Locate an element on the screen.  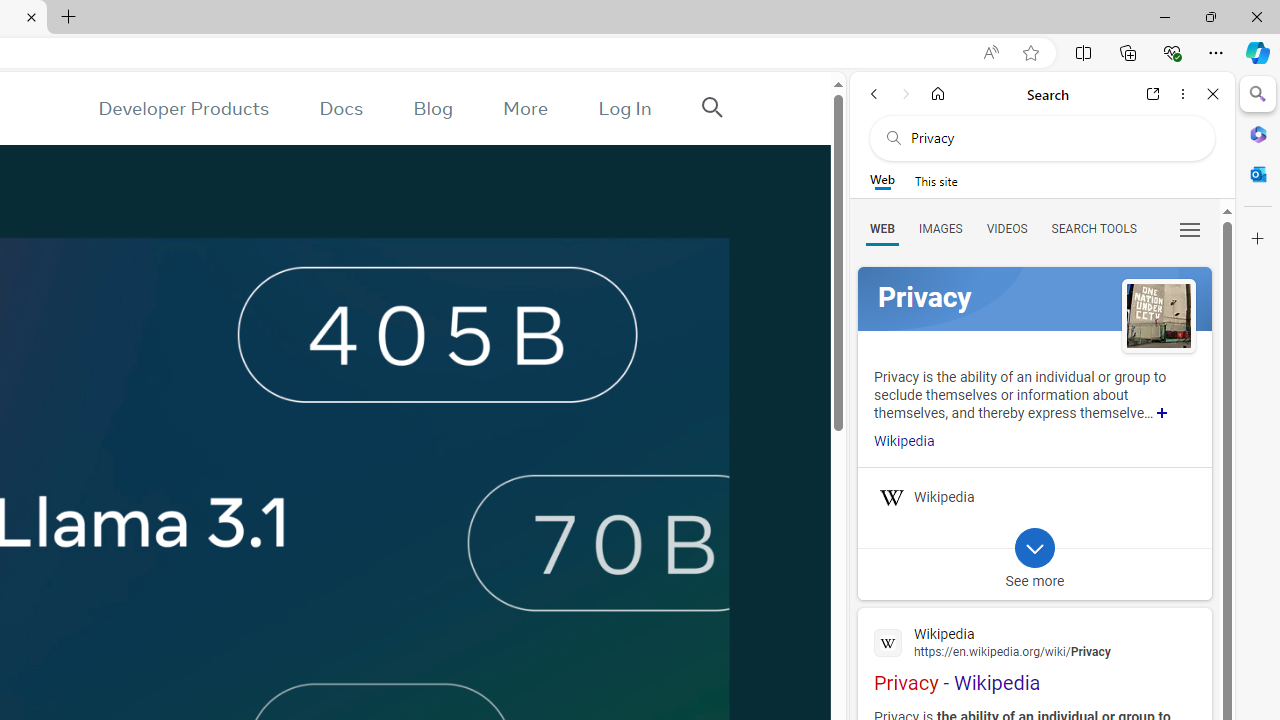
'Show more' is located at coordinates (1162, 412).